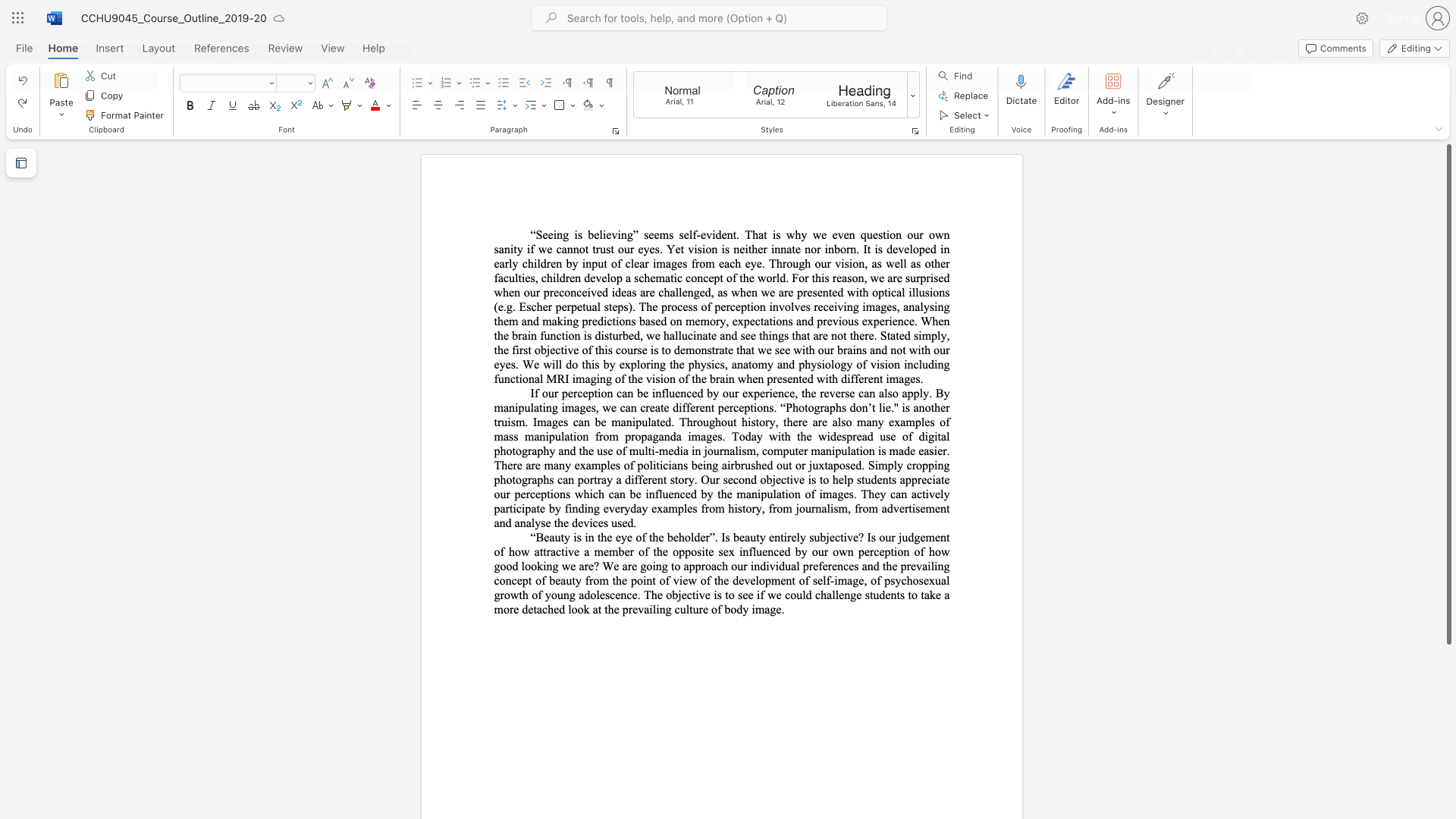 The width and height of the screenshot is (1456, 819). What do you see at coordinates (1448, 742) in the screenshot?
I see `the scrollbar on the right side to scroll the page down` at bounding box center [1448, 742].